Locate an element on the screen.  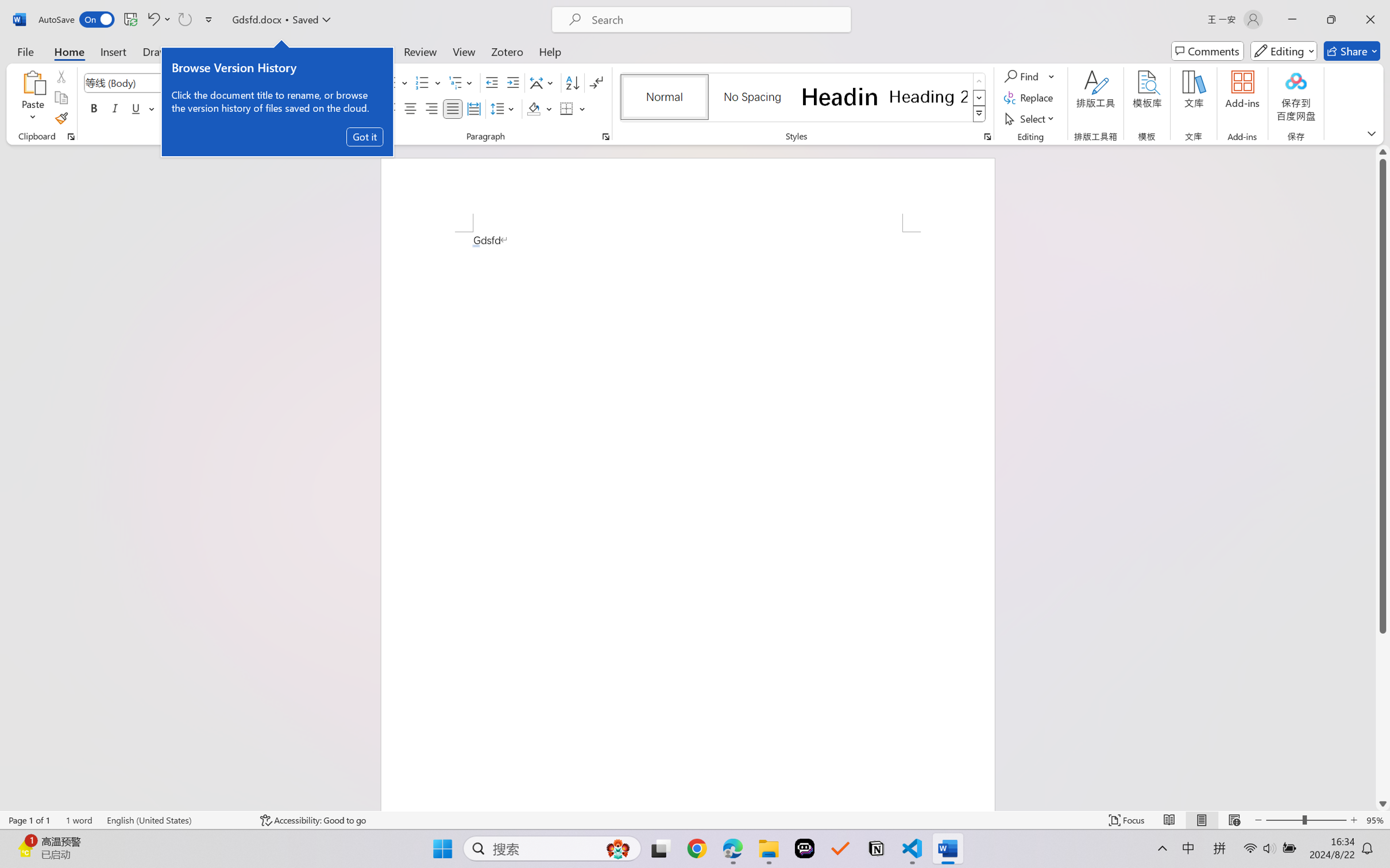
'Format Painter' is located at coordinates (60, 119).